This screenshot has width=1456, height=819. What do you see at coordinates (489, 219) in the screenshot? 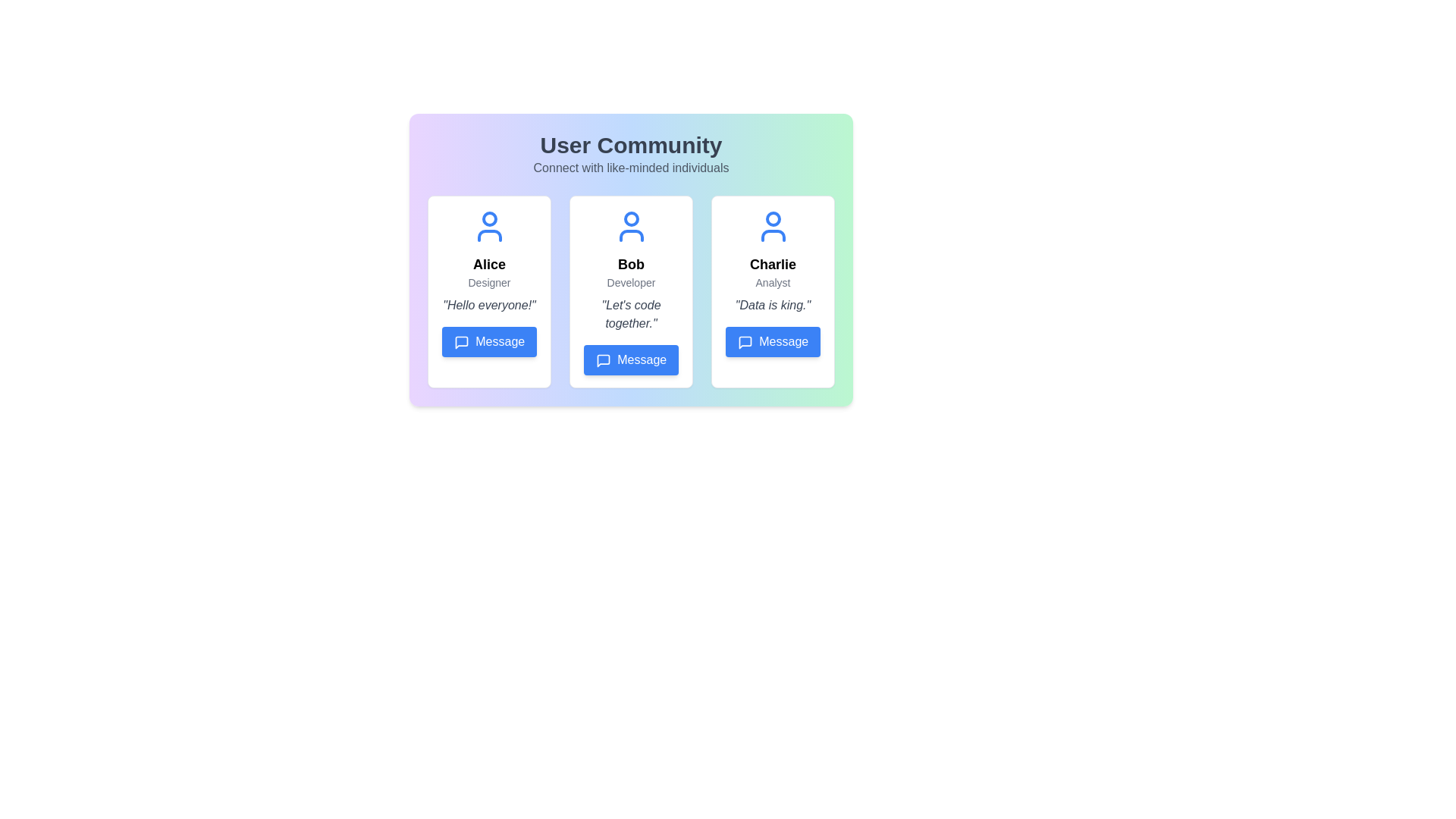
I see `the circular user head icon in Alice's profile card, which is represented by a vector graphic element within an SVG` at bounding box center [489, 219].